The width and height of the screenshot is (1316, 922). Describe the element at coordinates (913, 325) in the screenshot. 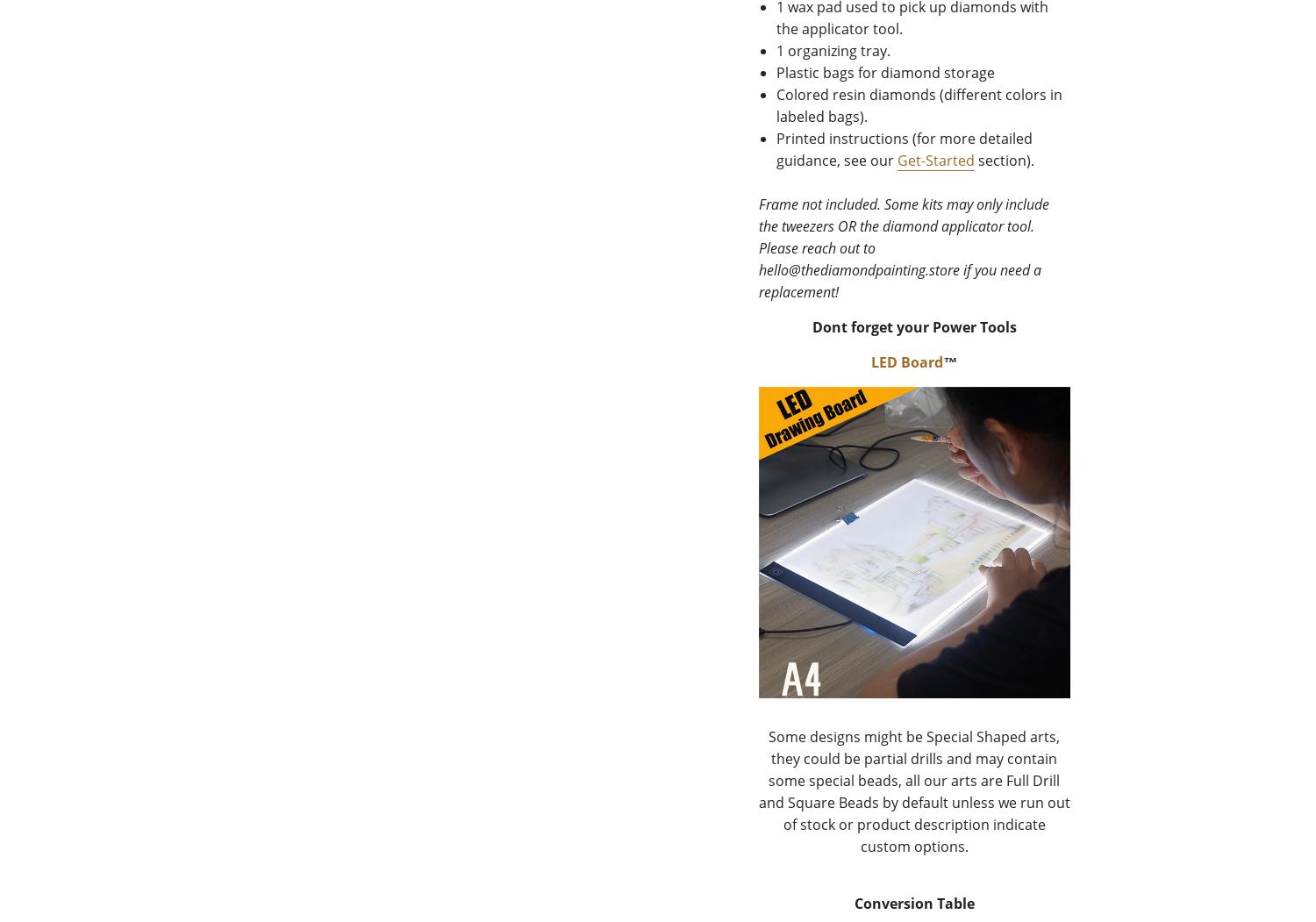

I see `'Dont forget your Power Tools'` at that location.